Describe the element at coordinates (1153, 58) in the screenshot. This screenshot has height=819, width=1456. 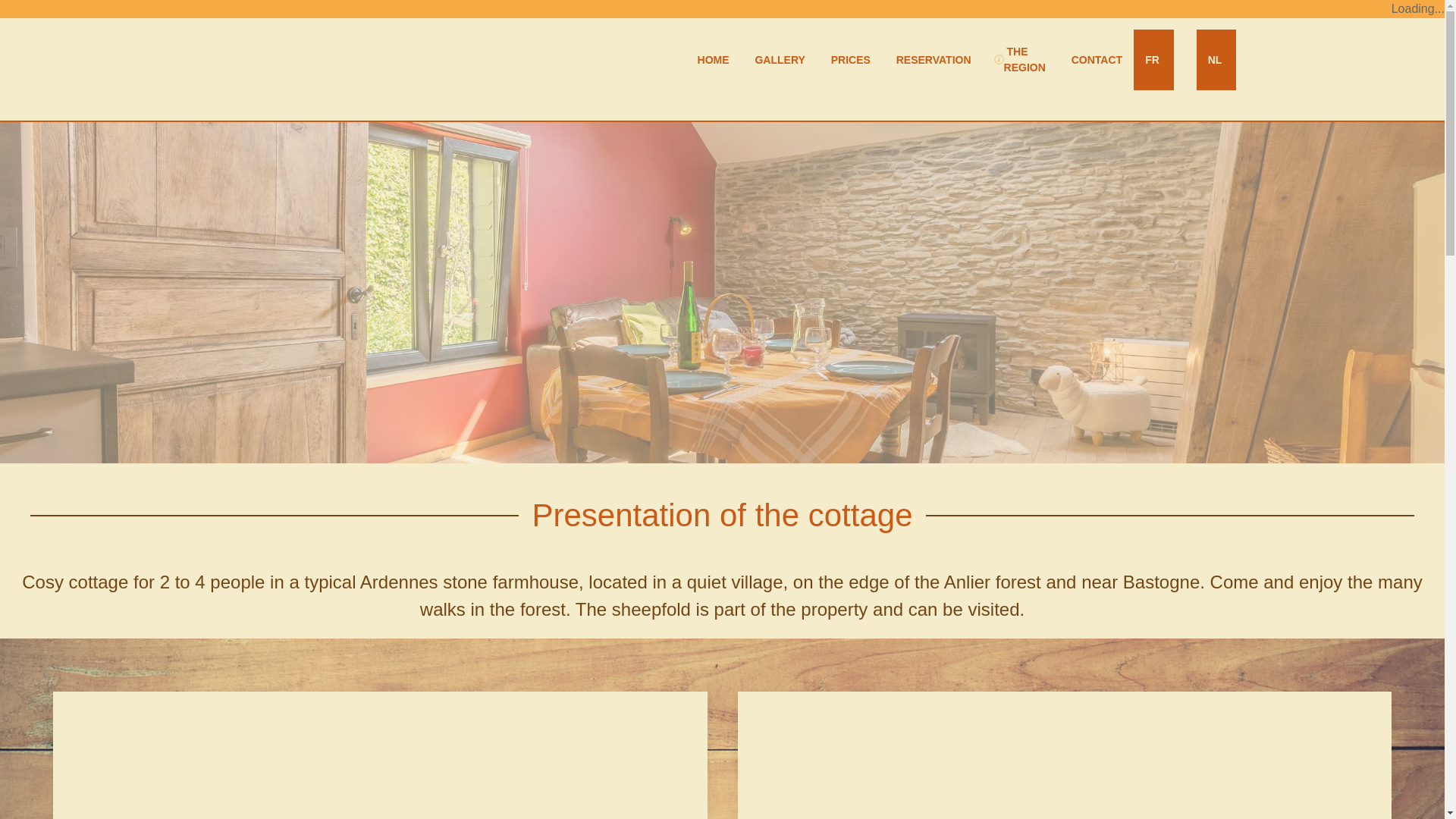
I see `'FR '` at that location.